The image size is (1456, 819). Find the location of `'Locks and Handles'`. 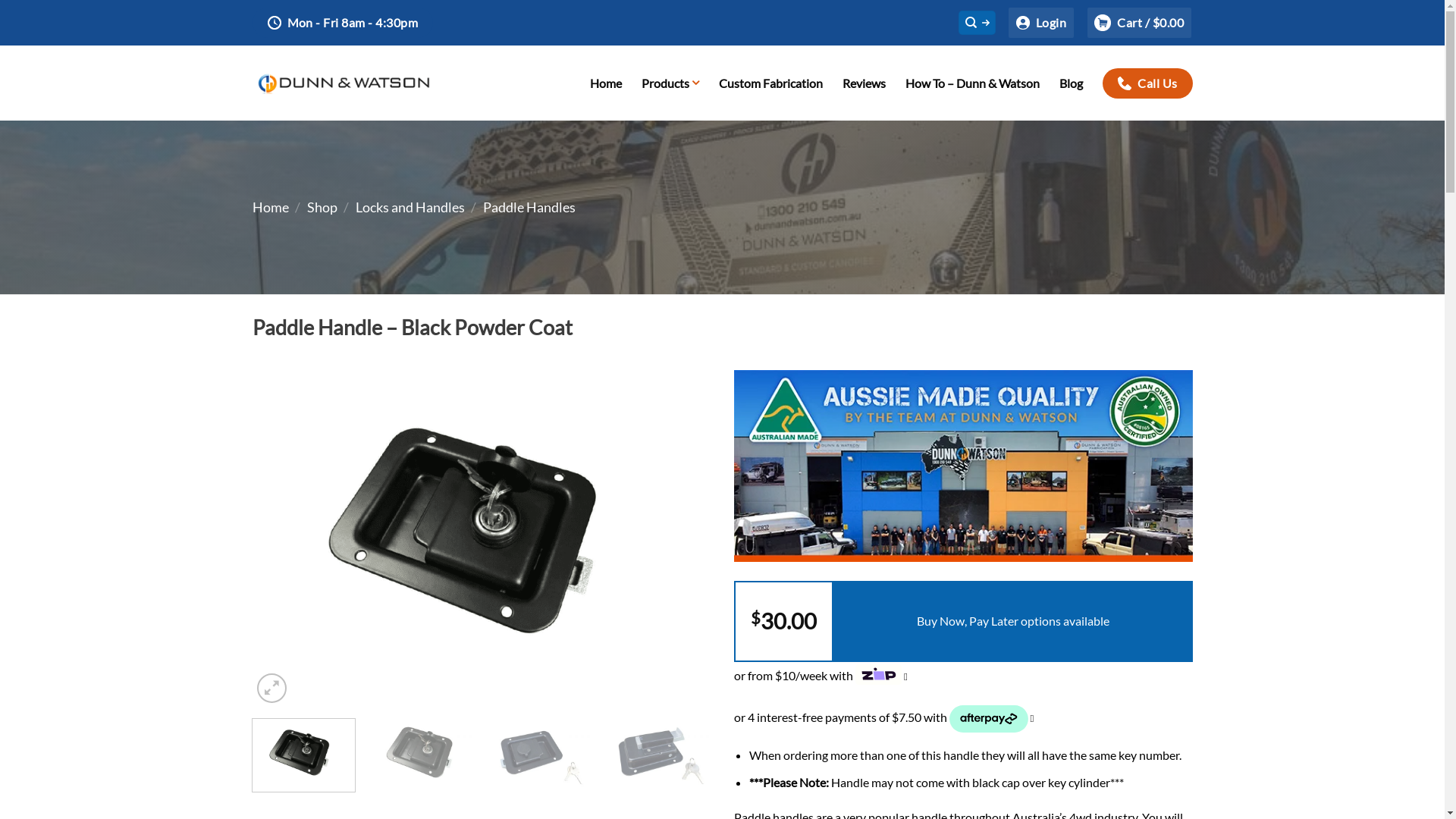

'Locks and Handles' is located at coordinates (355, 207).